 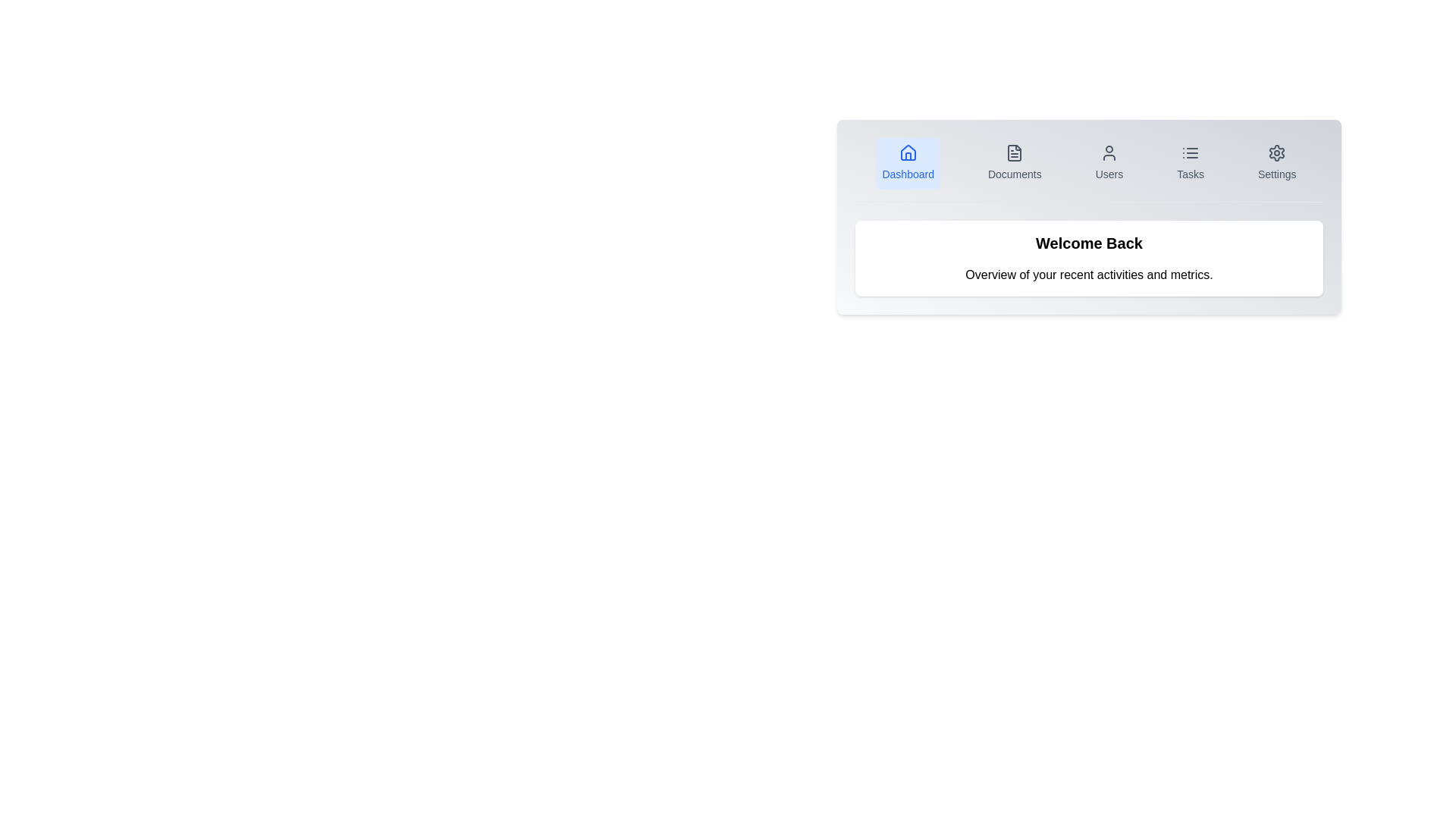 What do you see at coordinates (1189, 174) in the screenshot?
I see `text label displaying 'Tasks' which is positioned below a list/menu icon in the top-right navigation bar` at bounding box center [1189, 174].